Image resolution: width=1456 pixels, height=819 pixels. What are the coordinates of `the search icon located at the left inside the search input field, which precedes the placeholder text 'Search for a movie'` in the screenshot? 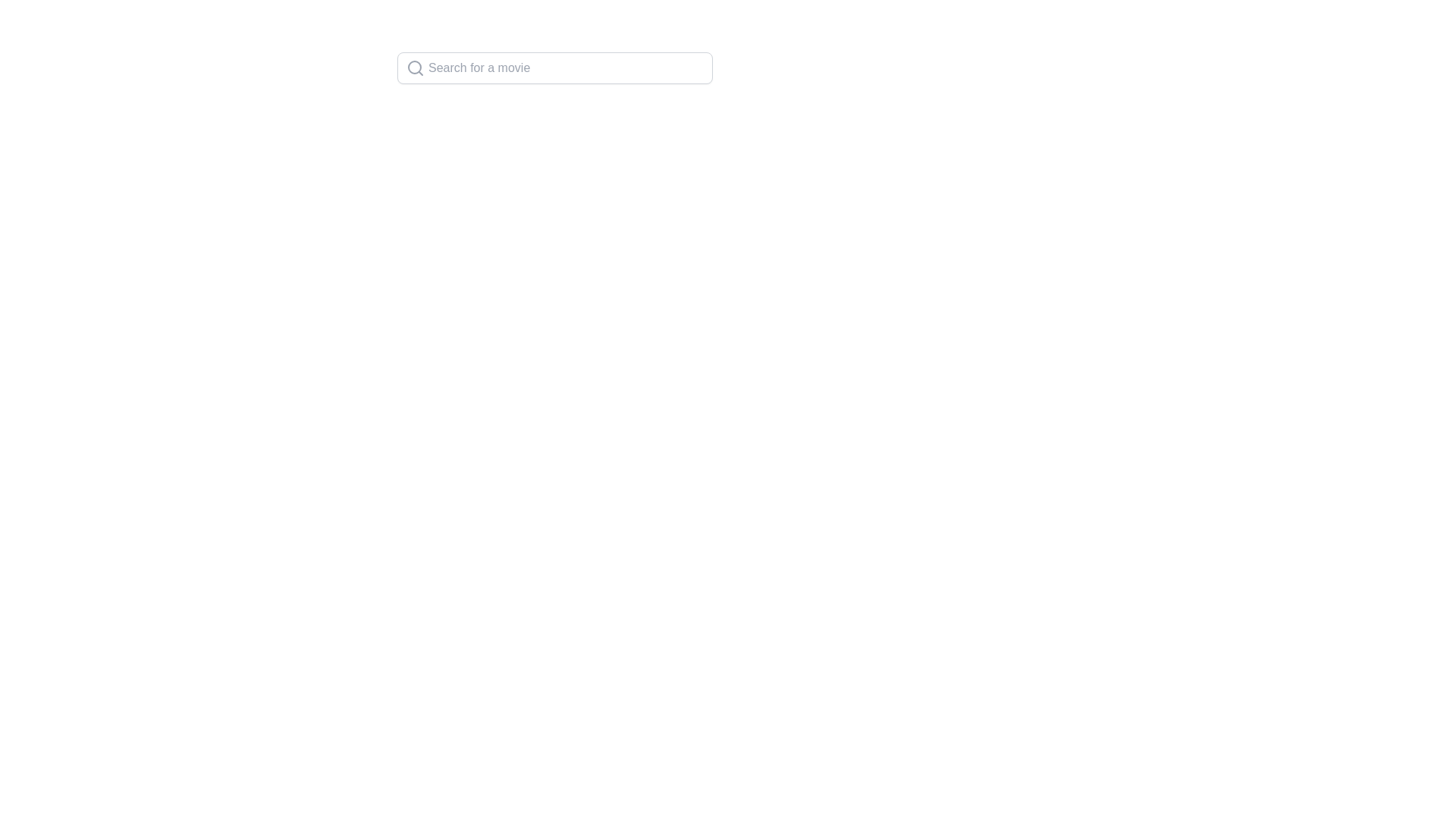 It's located at (415, 67).